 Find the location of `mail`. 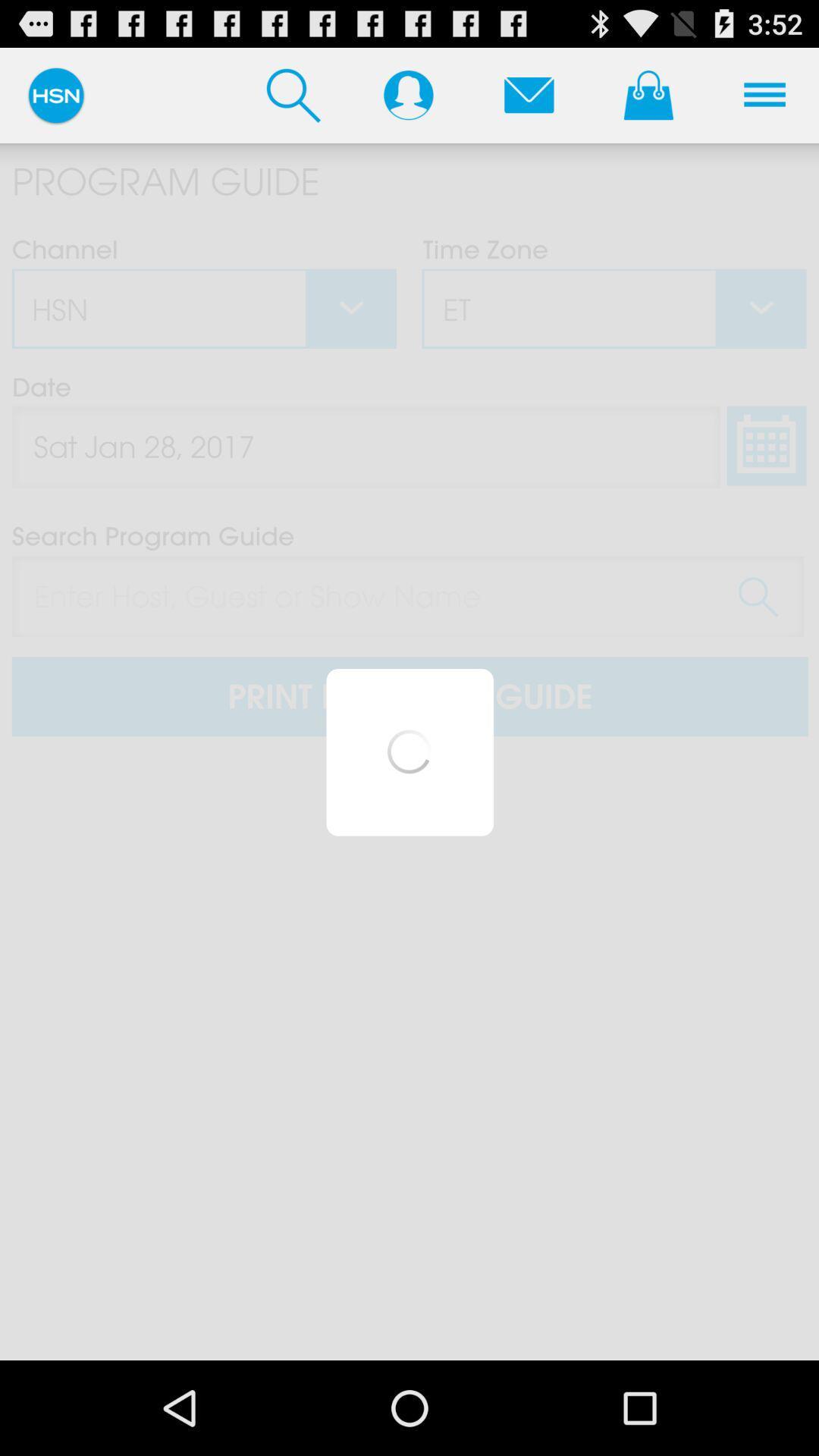

mail is located at coordinates (528, 94).